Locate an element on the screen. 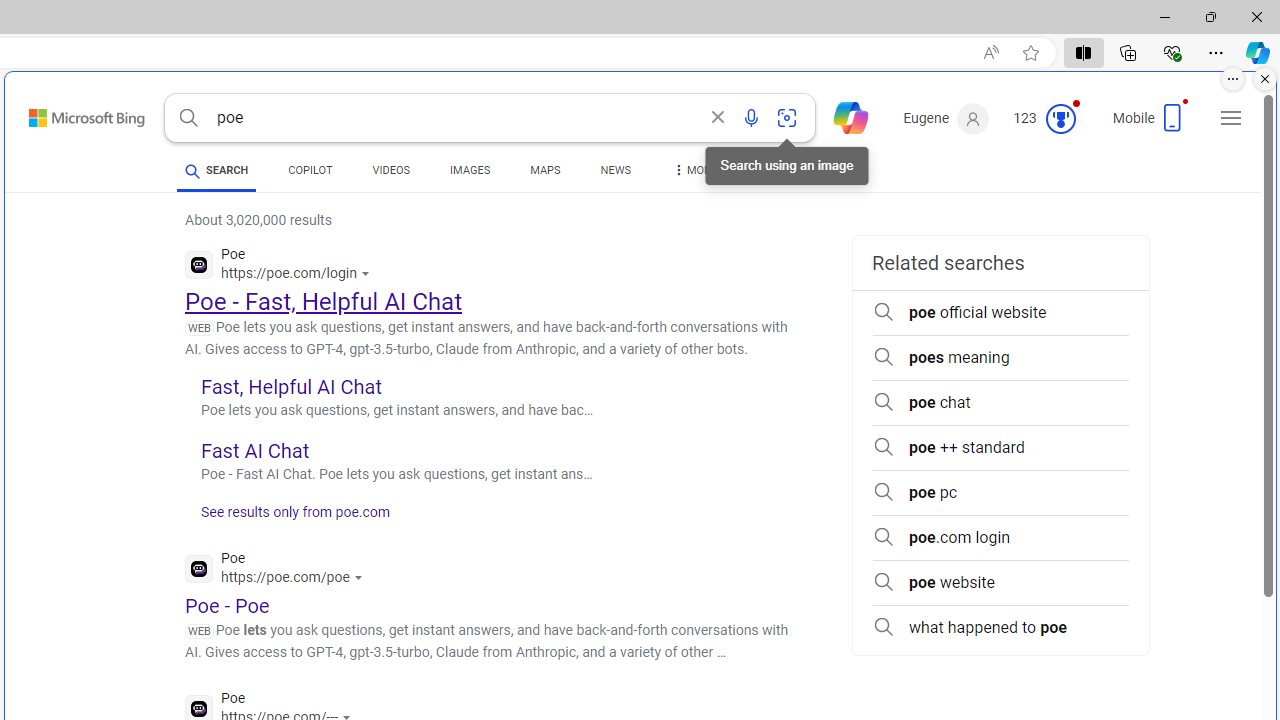 This screenshot has width=1280, height=720. 'poe chat' is located at coordinates (1000, 402).